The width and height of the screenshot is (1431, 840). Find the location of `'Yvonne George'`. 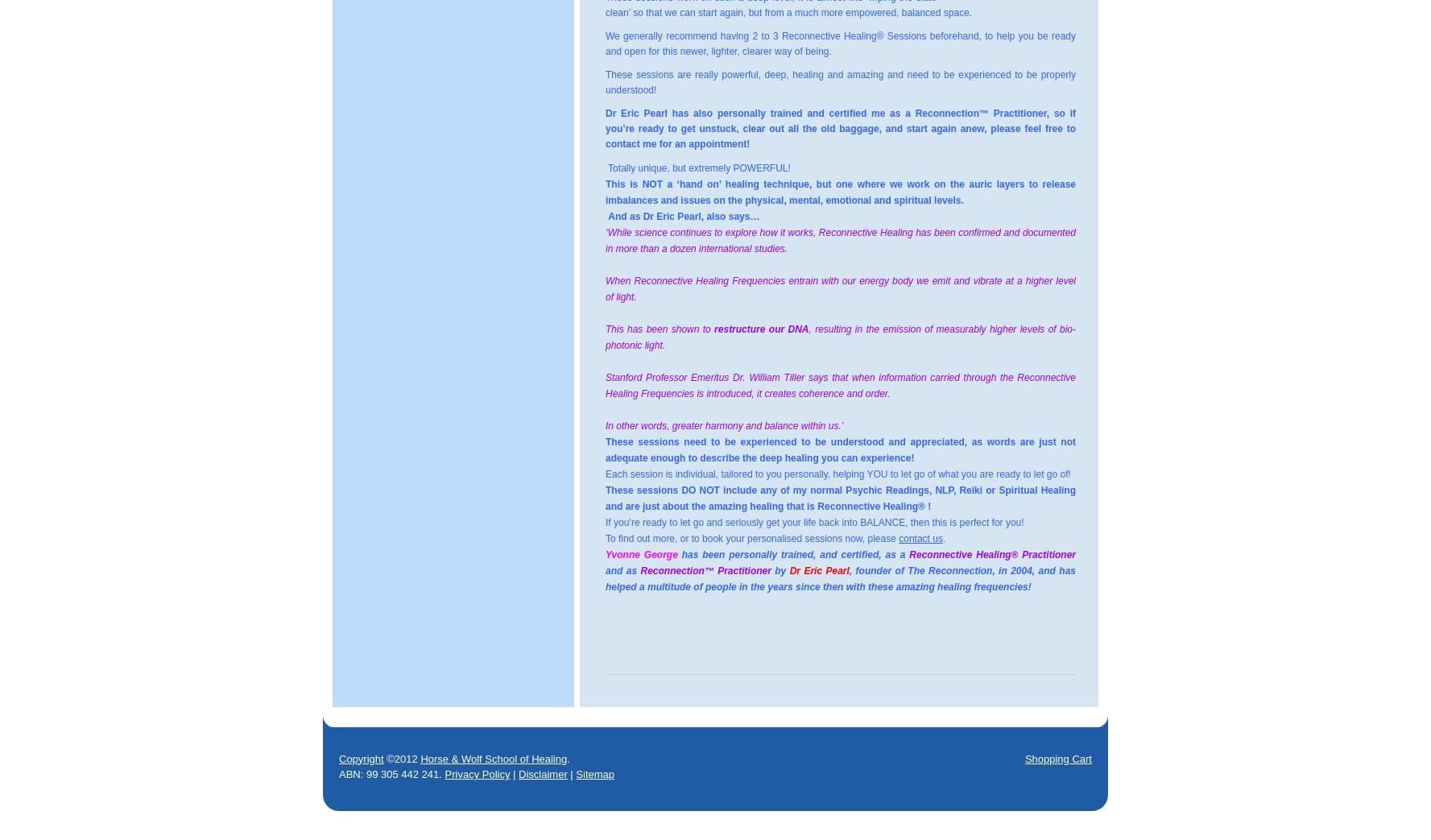

'Yvonne George' is located at coordinates (641, 555).